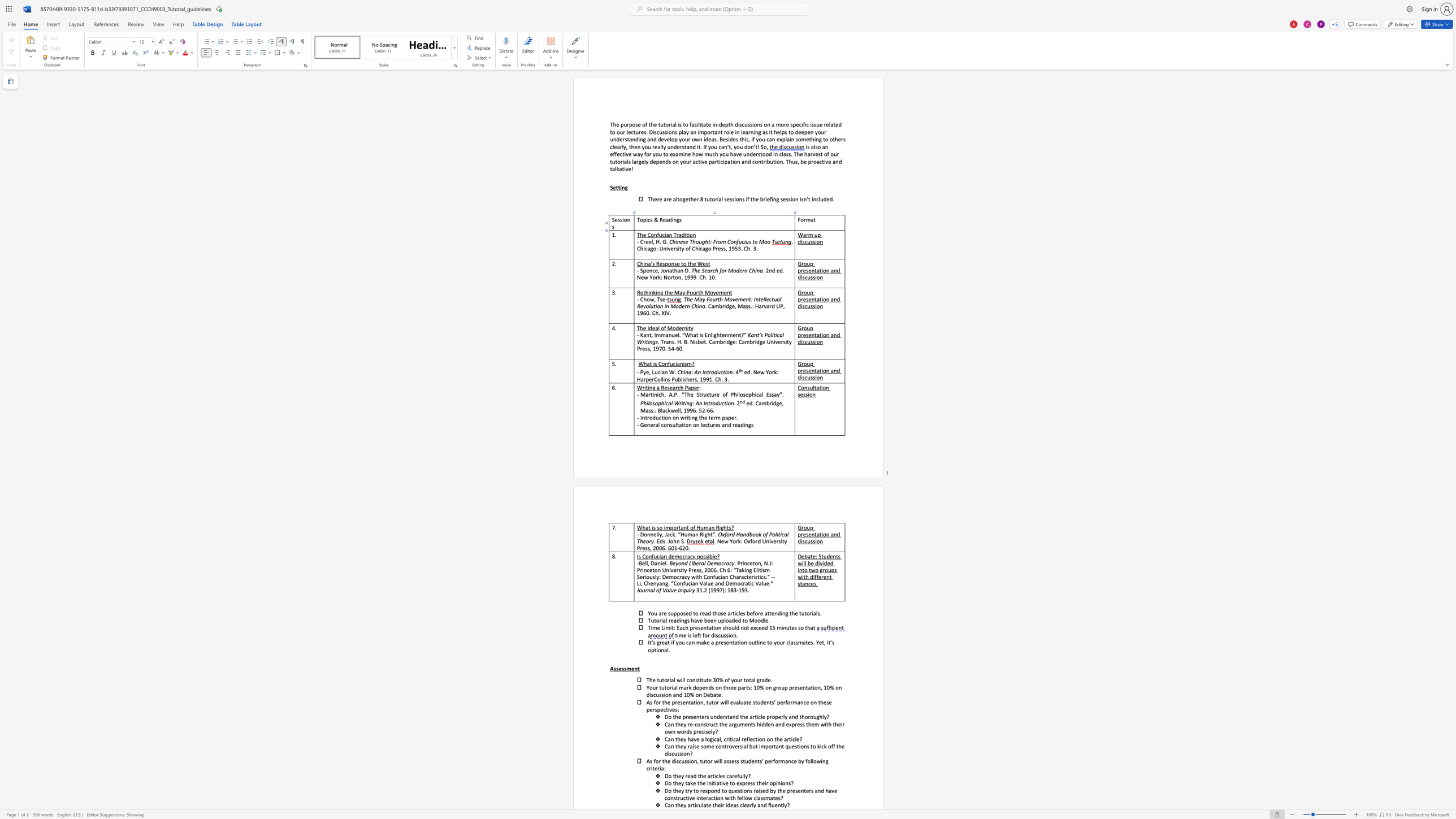 The height and width of the screenshot is (819, 1456). I want to click on the space between the continuous character "t" and "h" in the text, so click(674, 270).